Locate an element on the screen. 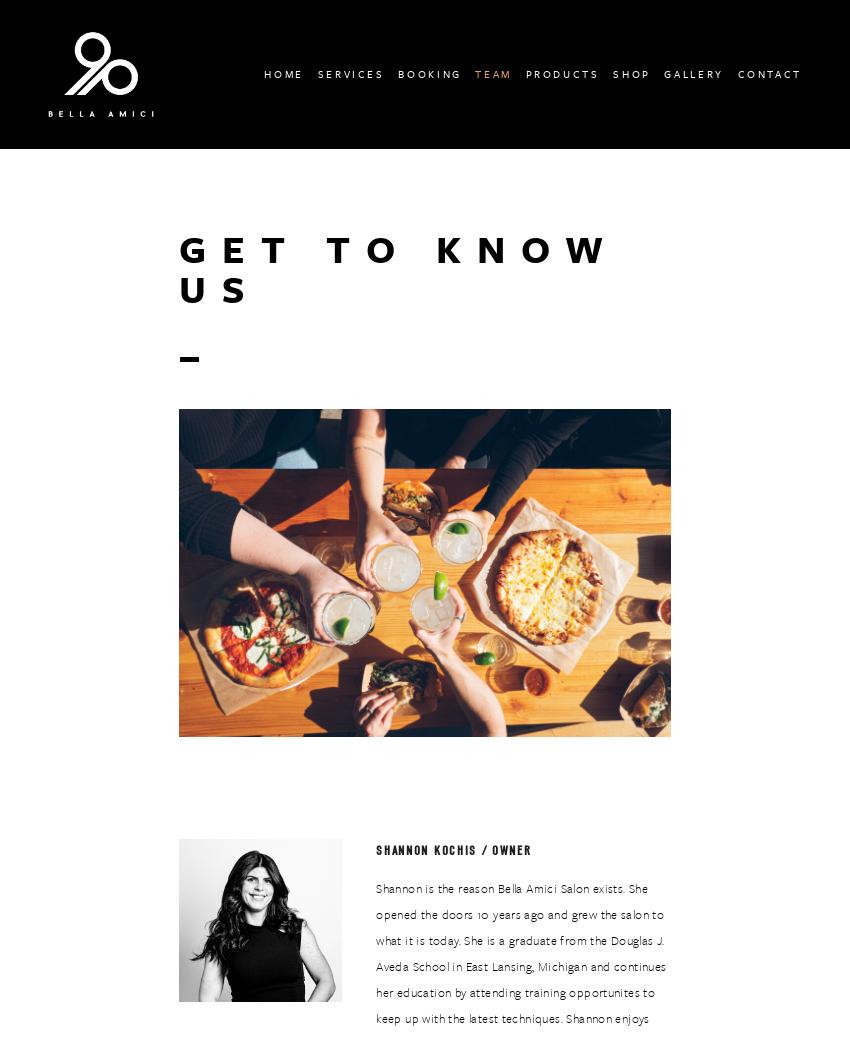 The image size is (850, 1040). 'Products' is located at coordinates (523, 72).